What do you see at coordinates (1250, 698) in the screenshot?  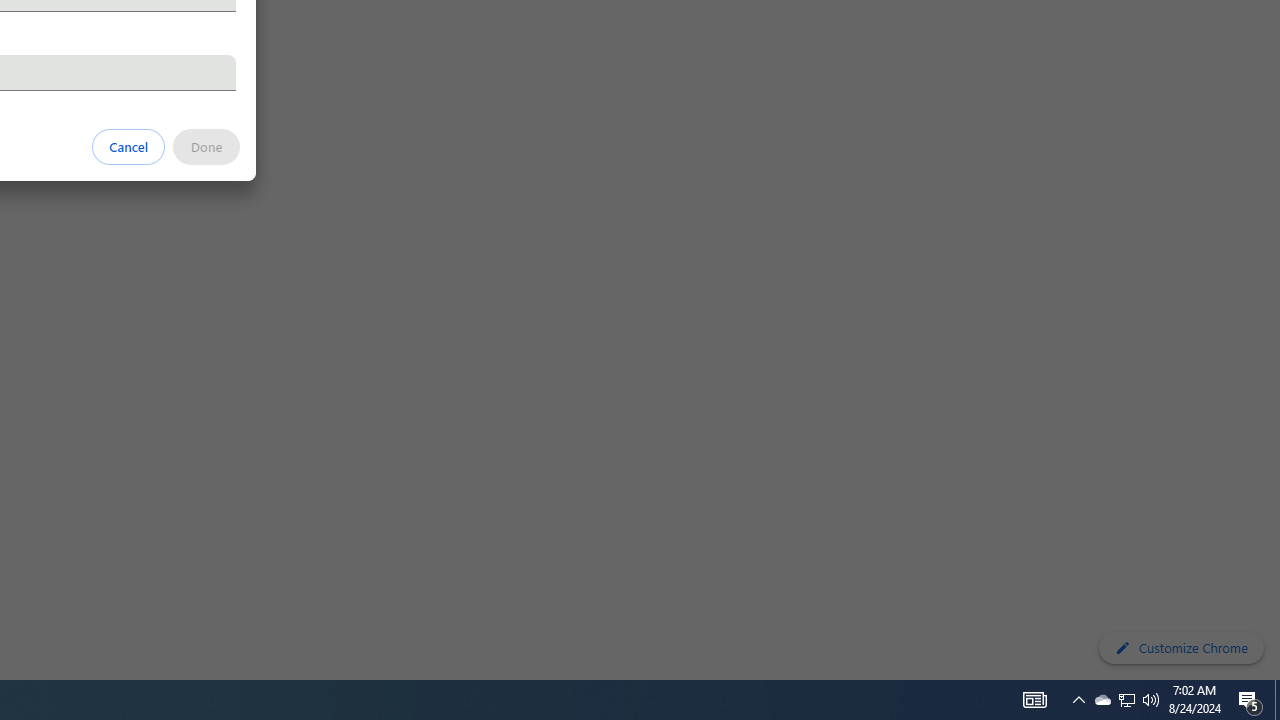 I see `'Action Center, 5 new notifications'` at bounding box center [1250, 698].